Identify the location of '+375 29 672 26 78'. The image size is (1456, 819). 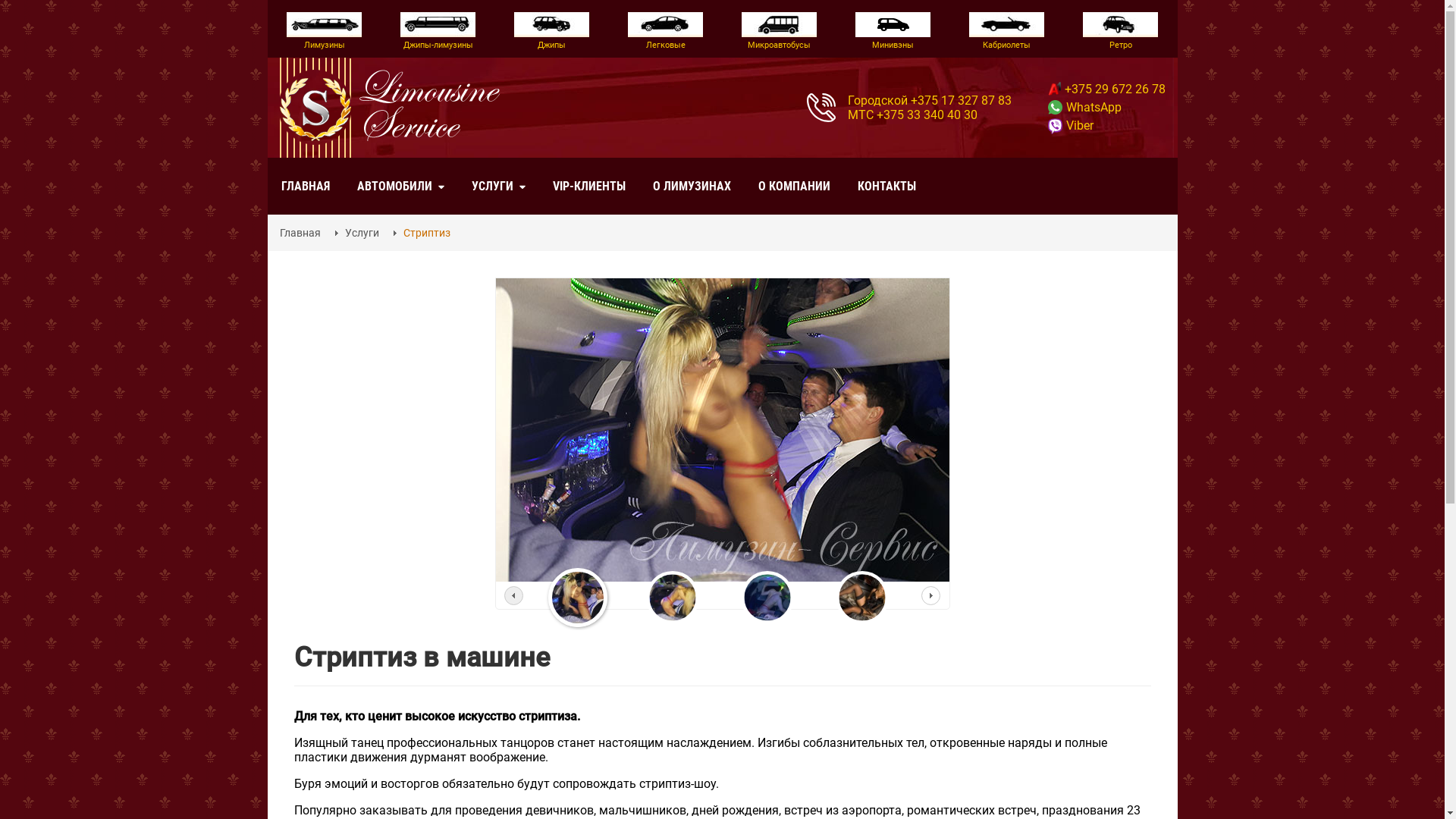
(1106, 89).